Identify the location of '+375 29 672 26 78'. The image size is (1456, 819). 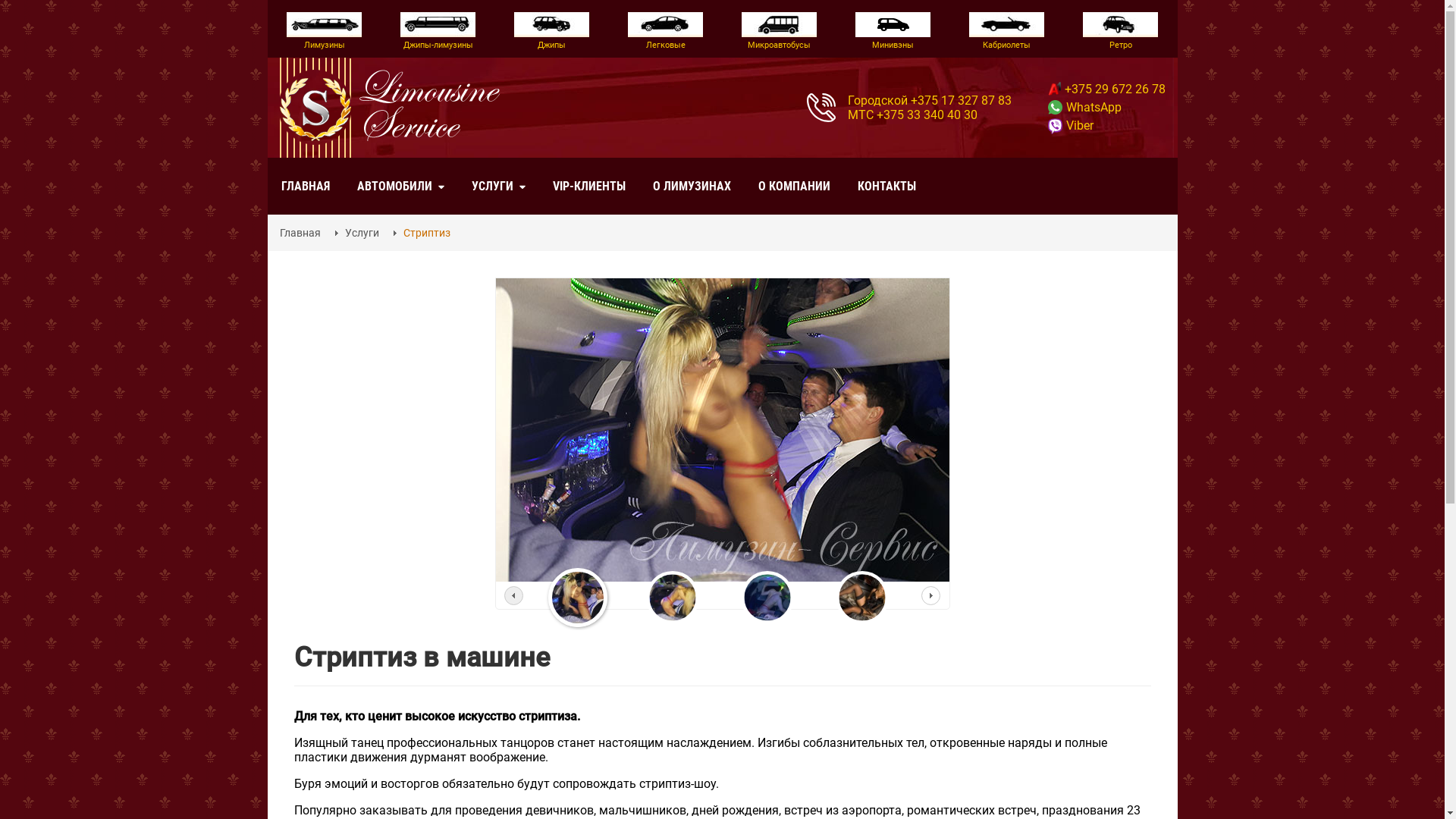
(1106, 89).